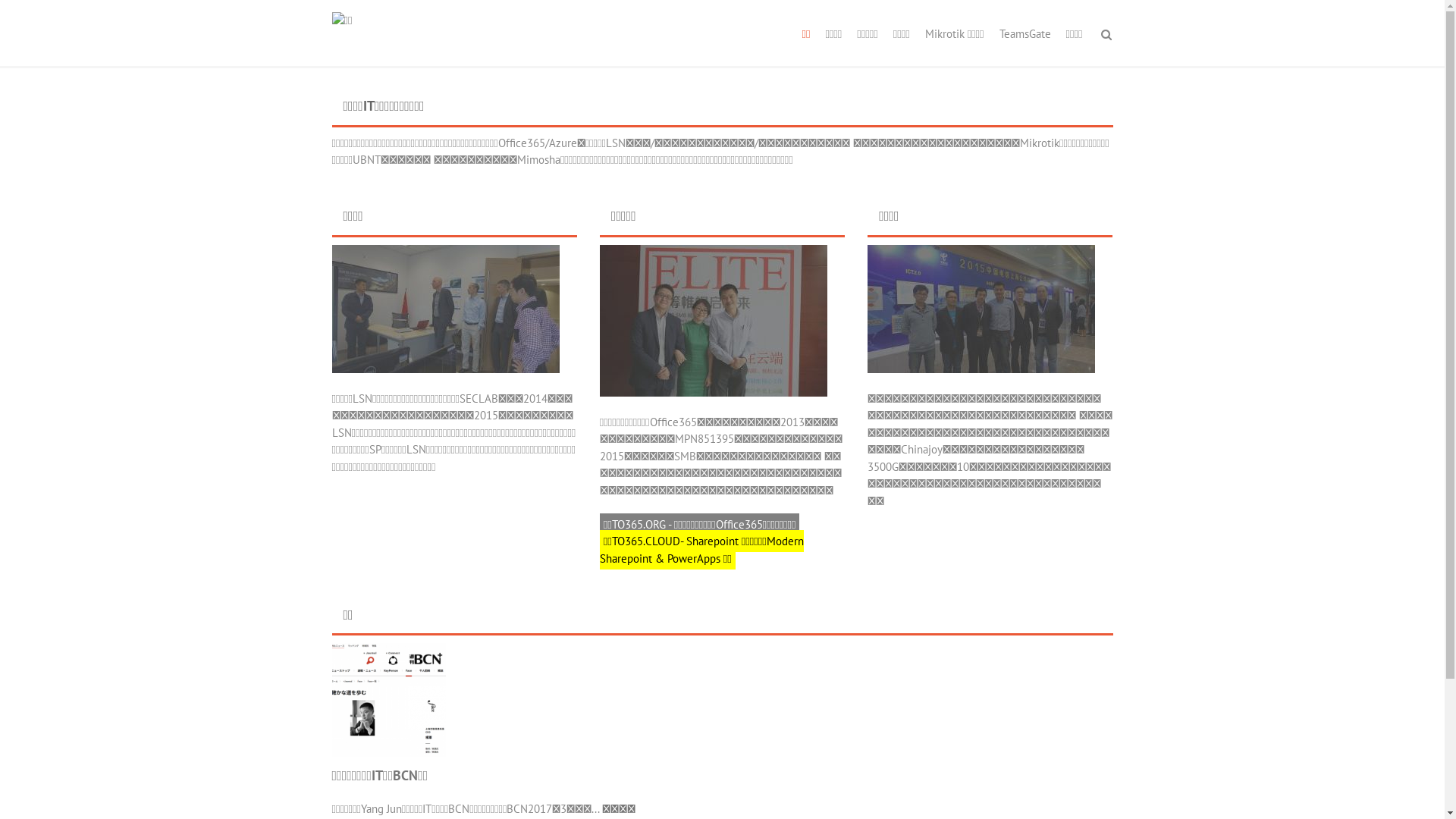 Image resolution: width=1456 pixels, height=819 pixels. I want to click on 'TeamsGate', so click(1025, 34).